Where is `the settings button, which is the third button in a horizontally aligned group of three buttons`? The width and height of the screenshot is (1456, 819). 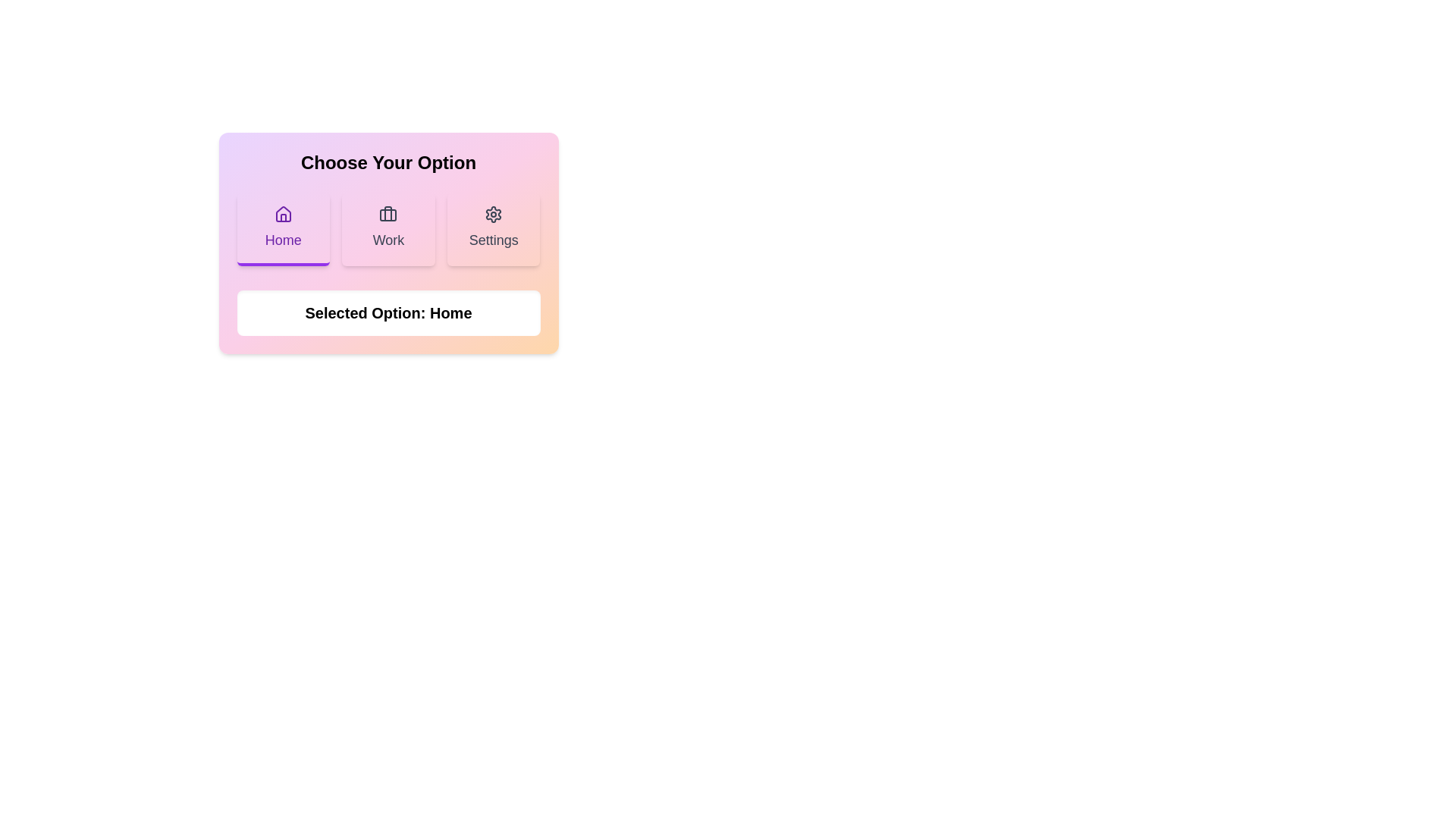
the settings button, which is the third button in a horizontally aligned group of three buttons is located at coordinates (494, 230).